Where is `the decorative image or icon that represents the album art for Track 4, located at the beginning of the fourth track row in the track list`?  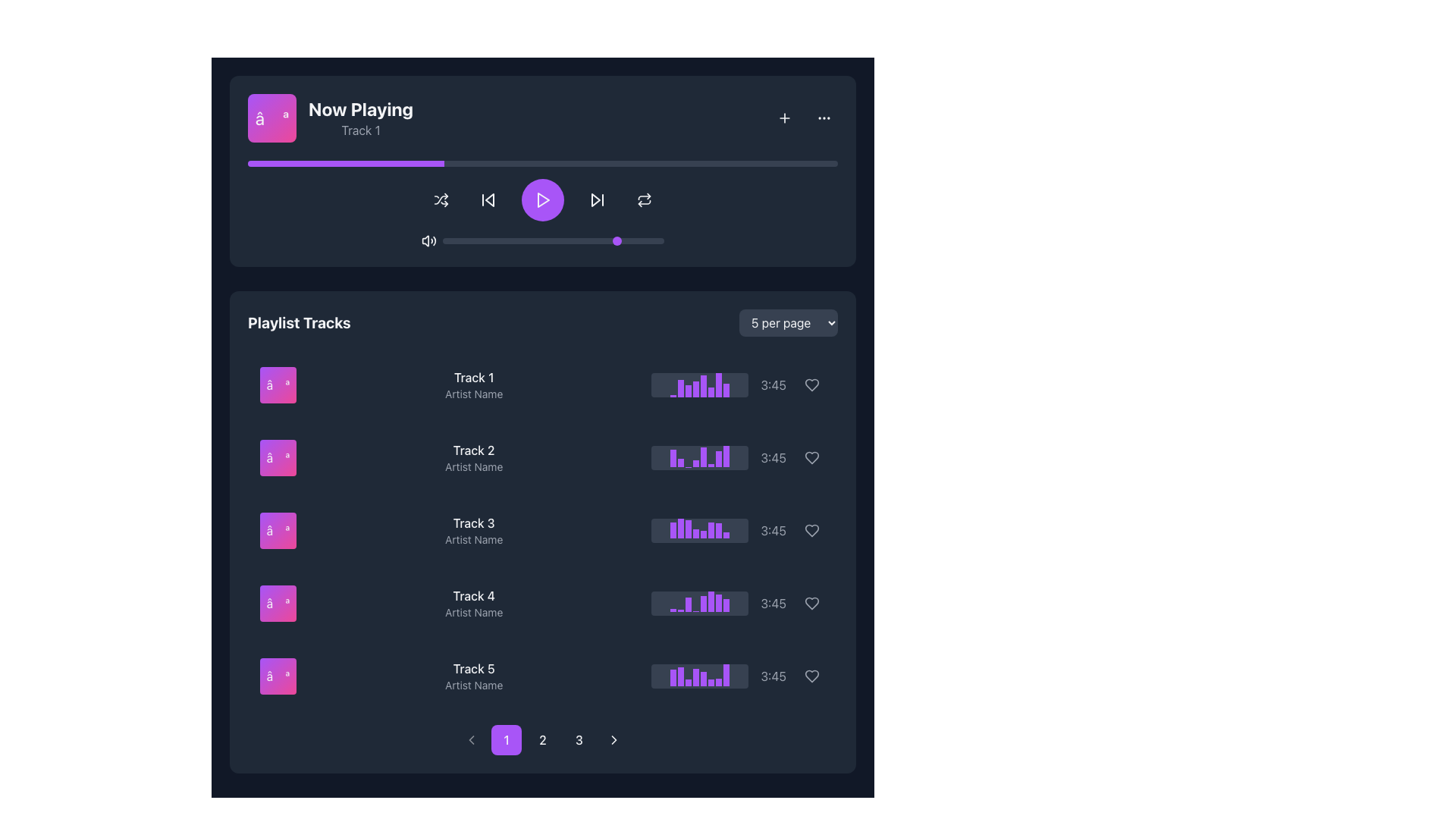
the decorative image or icon that represents the album art for Track 4, located at the beginning of the fourth track row in the track list is located at coordinates (278, 602).